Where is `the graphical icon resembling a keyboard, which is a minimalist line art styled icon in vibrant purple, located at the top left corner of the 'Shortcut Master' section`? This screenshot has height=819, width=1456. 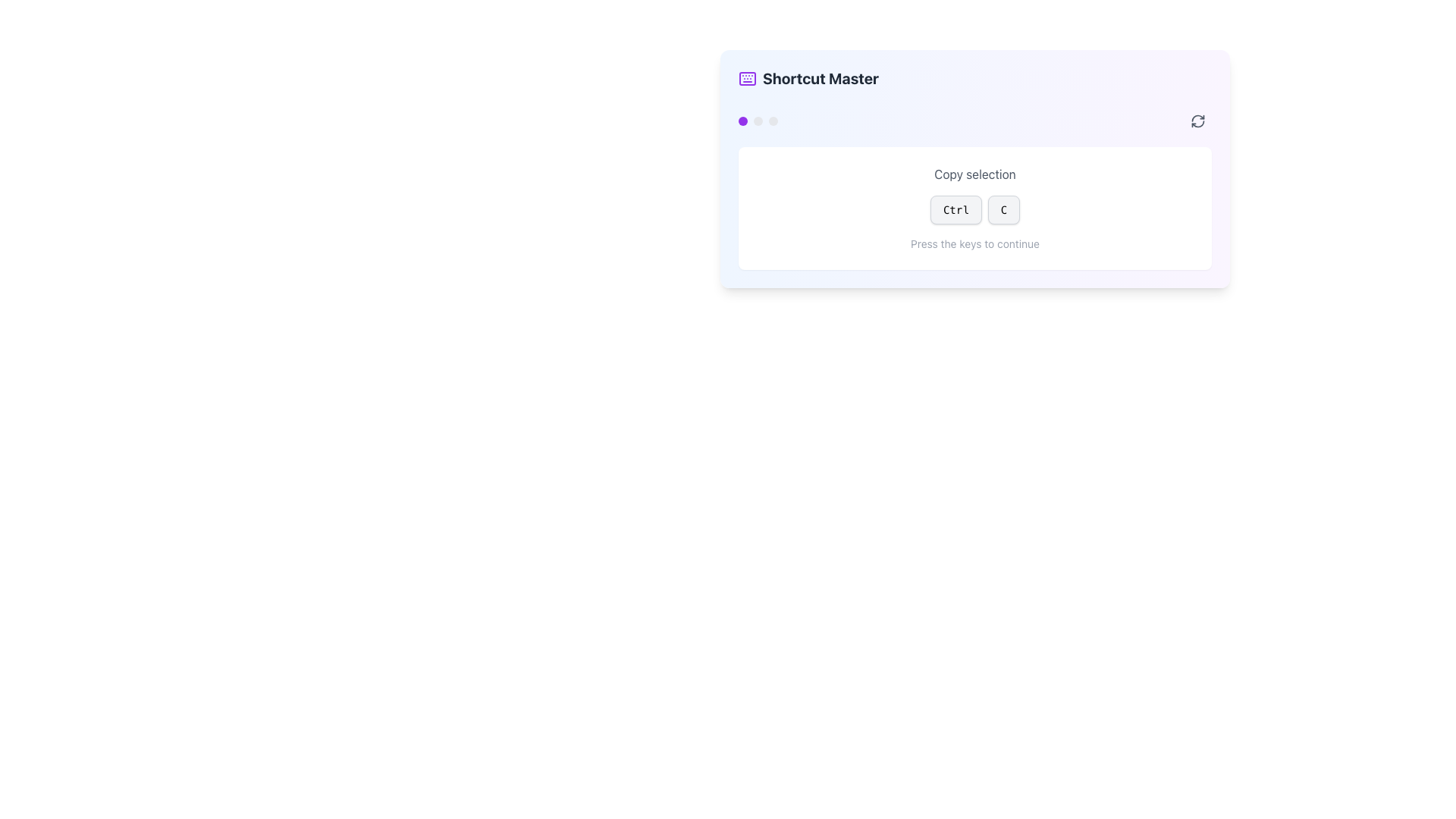
the graphical icon resembling a keyboard, which is a minimalist line art styled icon in vibrant purple, located at the top left corner of the 'Shortcut Master' section is located at coordinates (747, 79).